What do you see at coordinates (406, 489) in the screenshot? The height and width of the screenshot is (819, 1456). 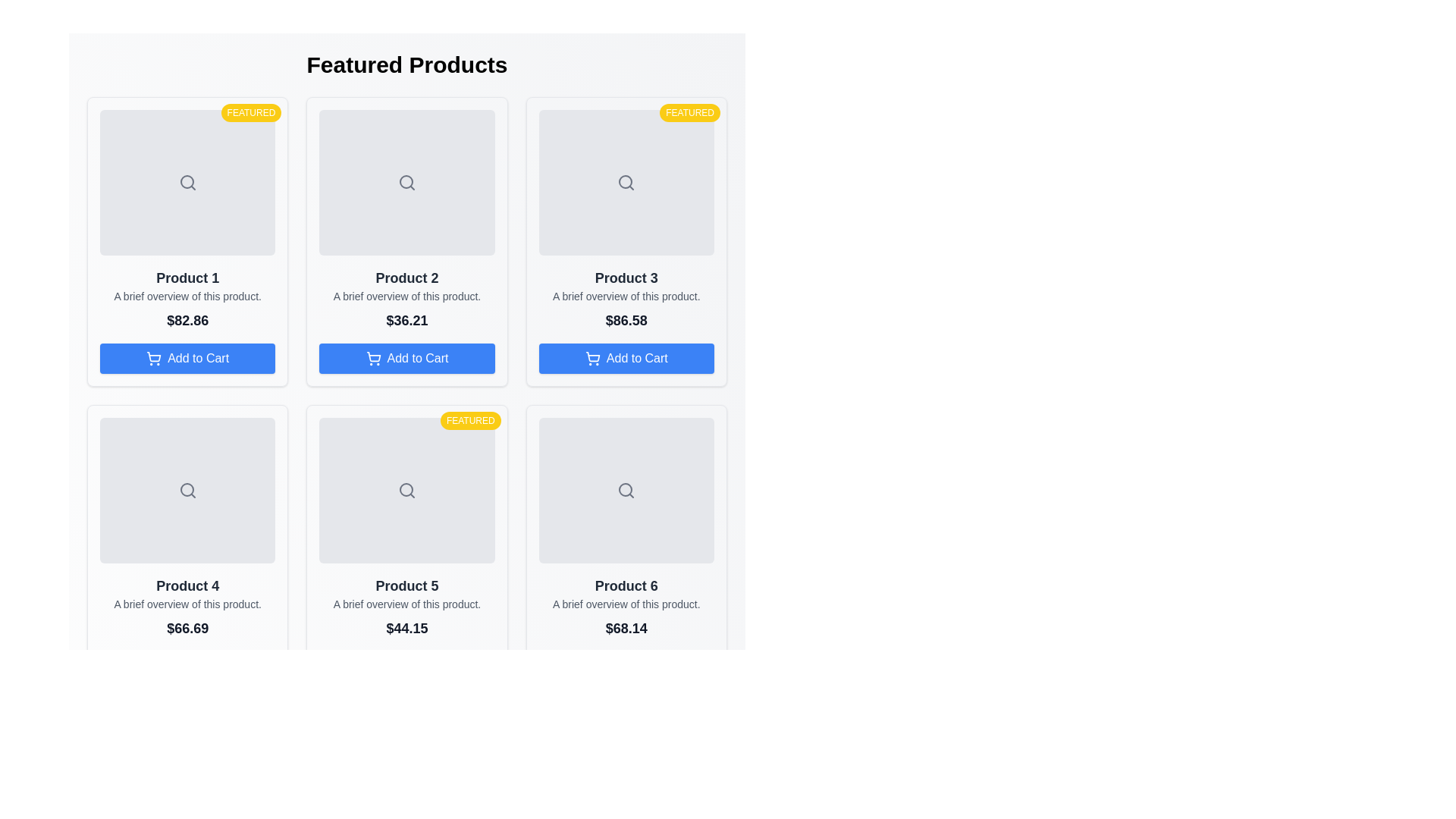 I see `the circular shape representing the lens of the magnifying glass icon located at the center of the 'Product 5' card` at bounding box center [406, 489].